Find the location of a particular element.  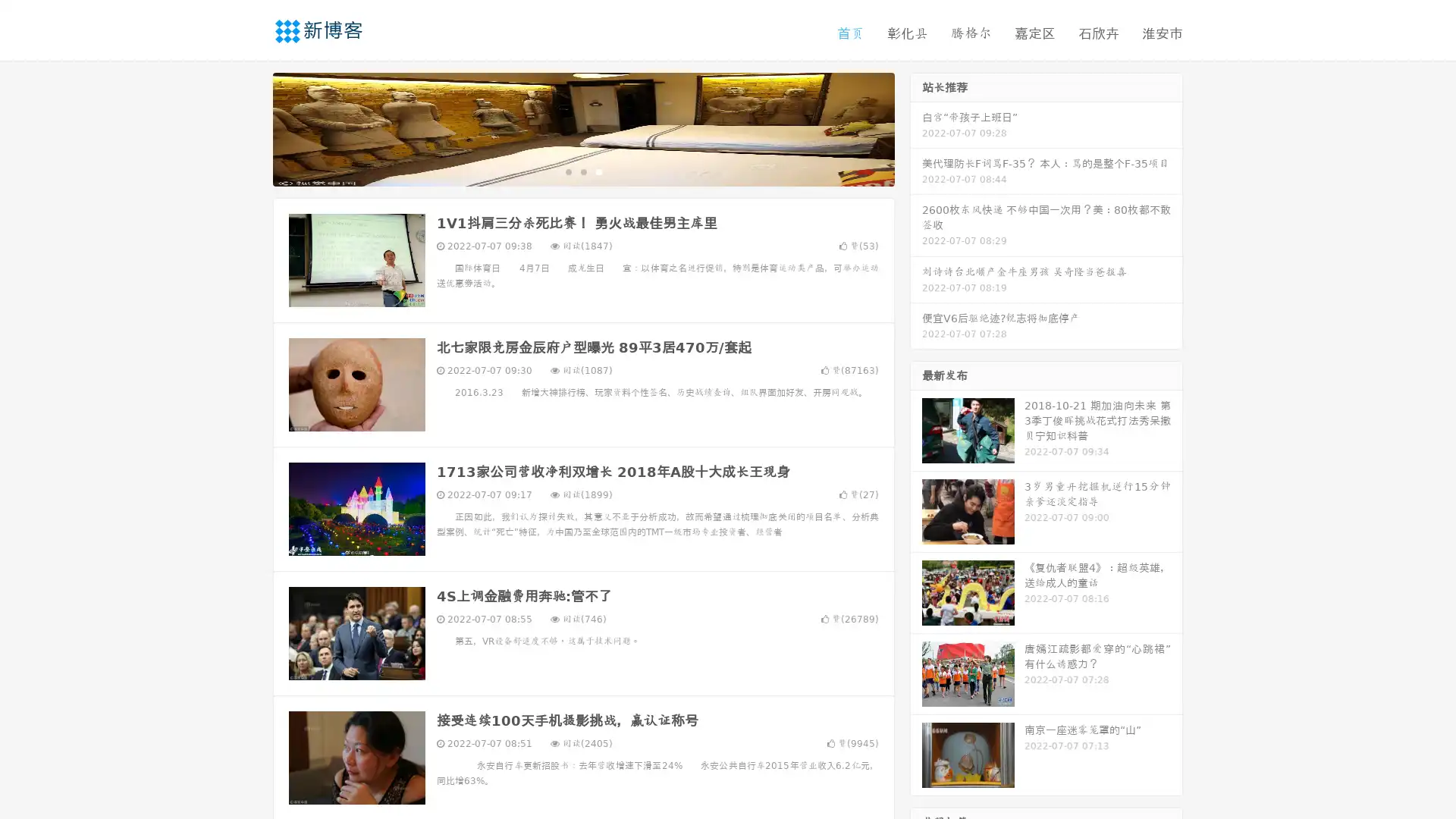

Next slide is located at coordinates (916, 127).